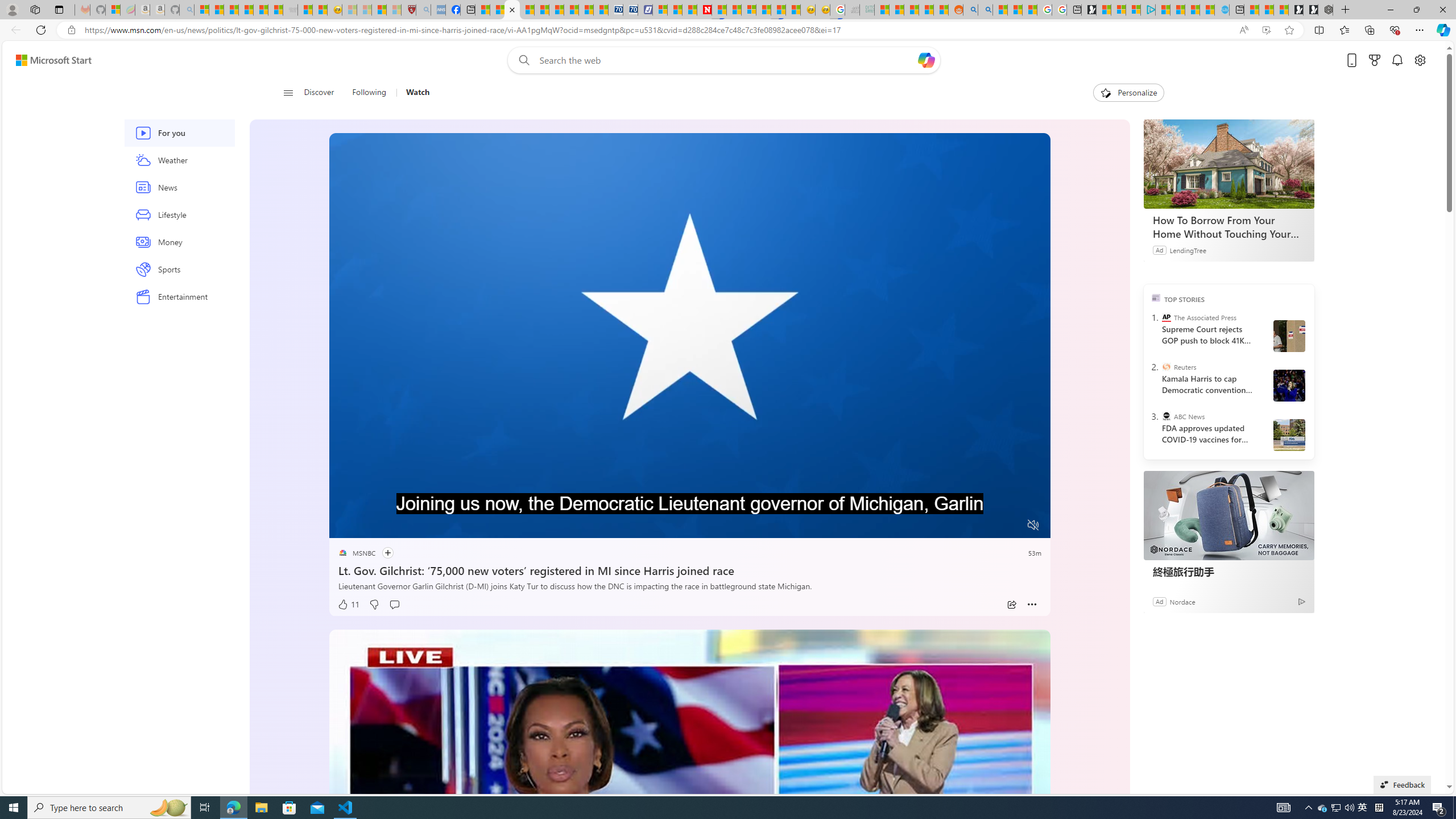 This screenshot has width=1456, height=819. What do you see at coordinates (289, 9) in the screenshot?
I see `'Combat Siege - Sleeping'` at bounding box center [289, 9].